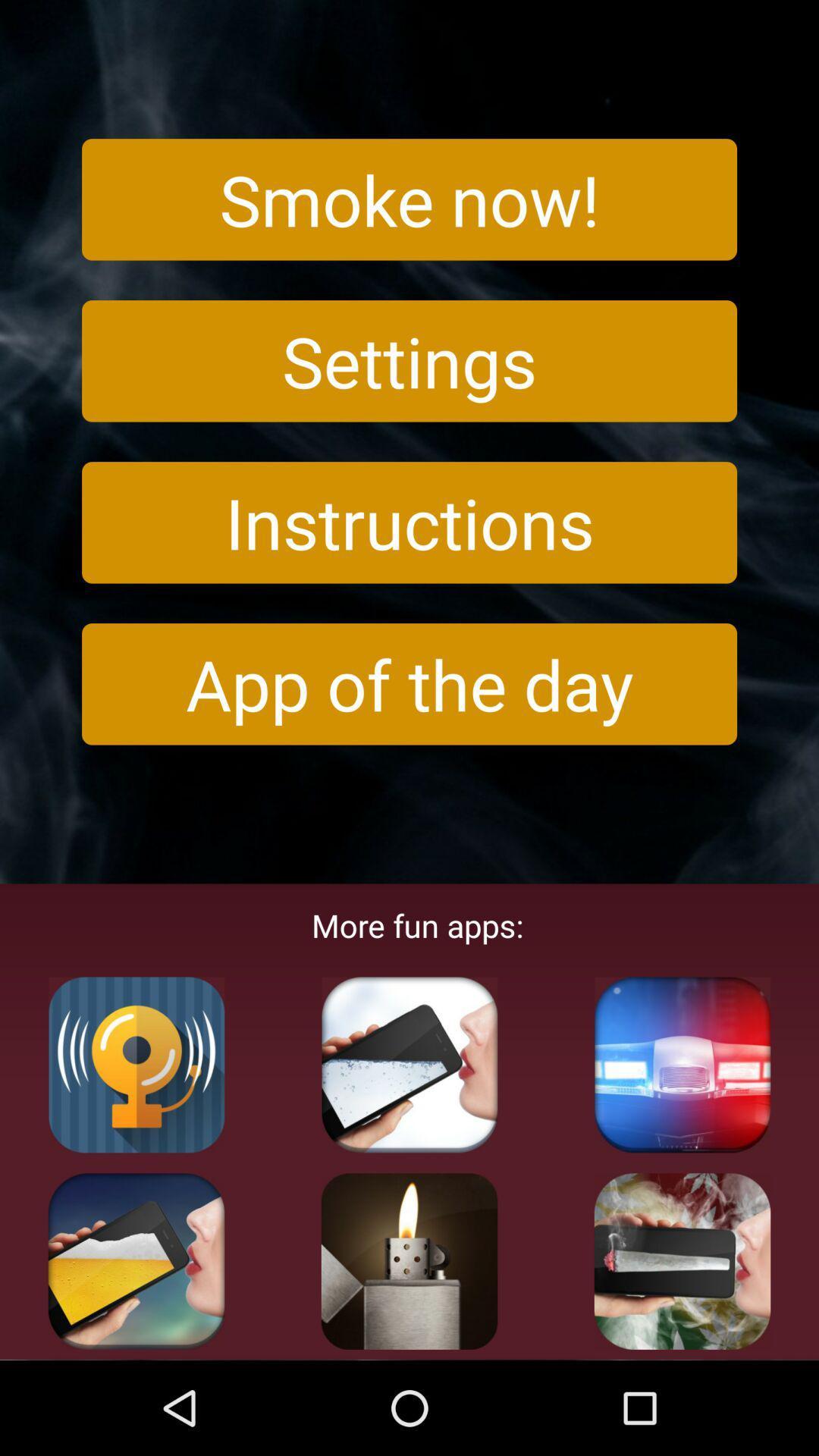  Describe the element at coordinates (409, 1064) in the screenshot. I see `app to download` at that location.